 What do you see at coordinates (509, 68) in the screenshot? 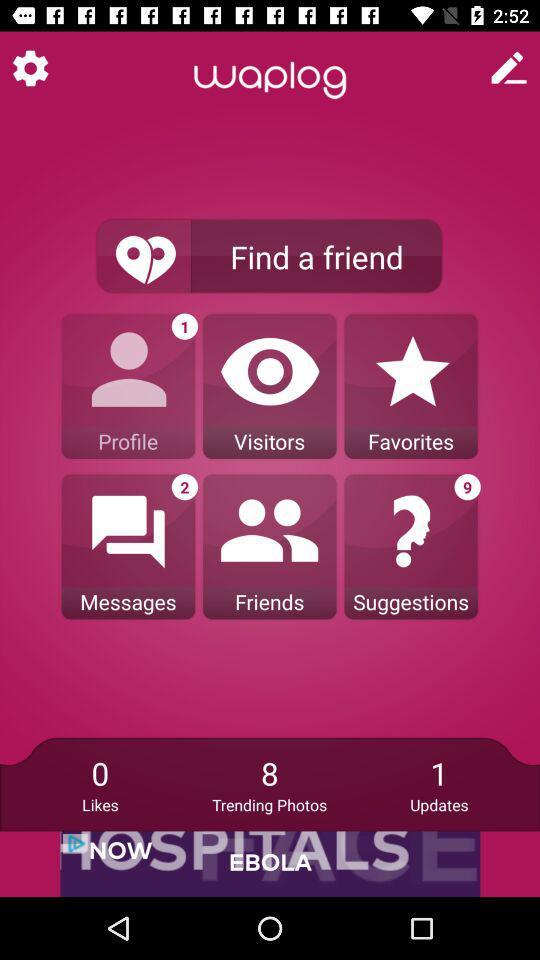
I see `new` at bounding box center [509, 68].